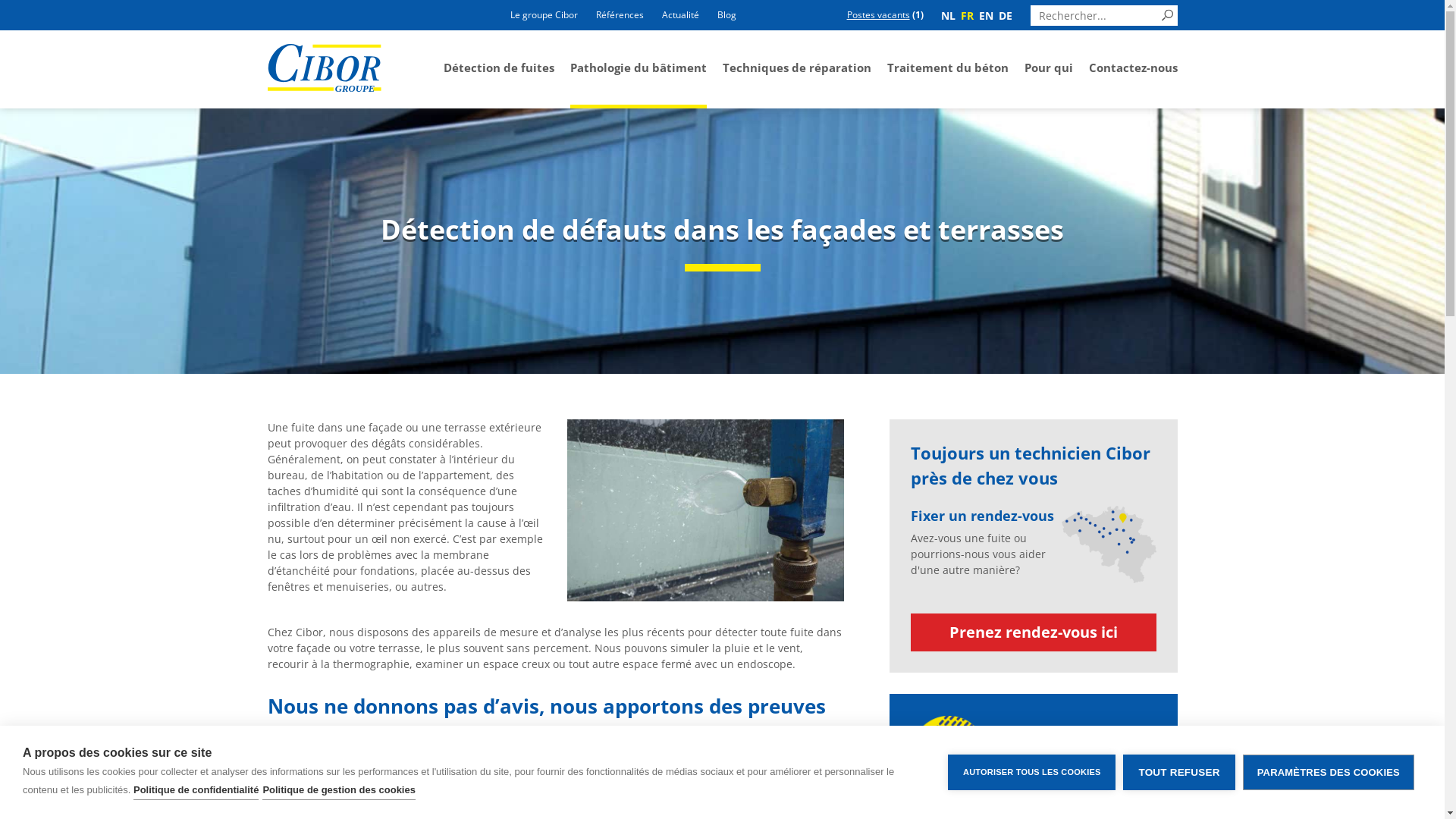 This screenshot has width=1456, height=819. What do you see at coordinates (1123, 772) in the screenshot?
I see `'TOUT REFUSER'` at bounding box center [1123, 772].